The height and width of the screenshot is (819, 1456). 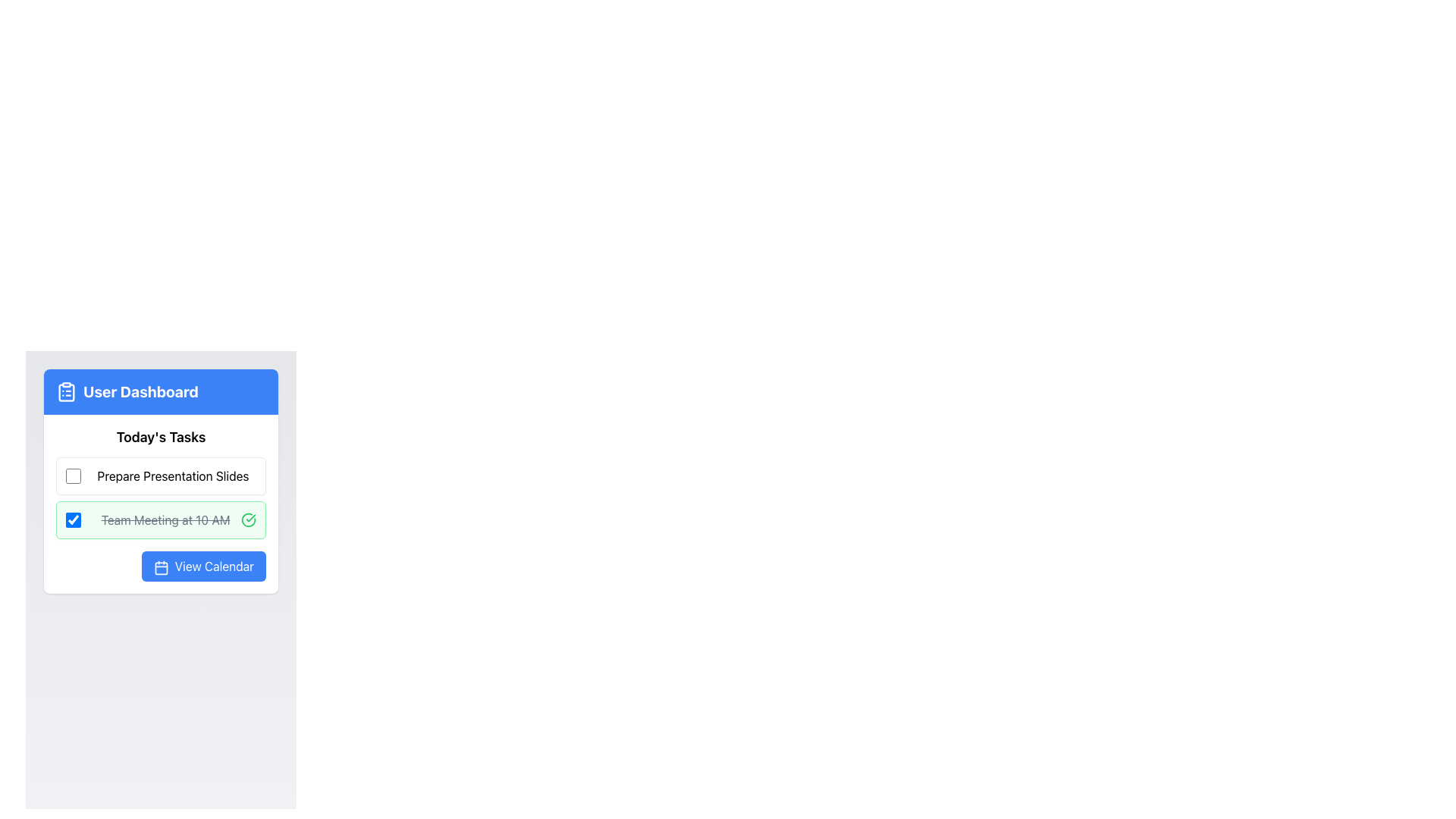 What do you see at coordinates (248, 519) in the screenshot?
I see `the circular icon with a green outline indicating a checkmark, located next to the 'Team Meeting at 10 AM' task in the user dashboard's task list` at bounding box center [248, 519].